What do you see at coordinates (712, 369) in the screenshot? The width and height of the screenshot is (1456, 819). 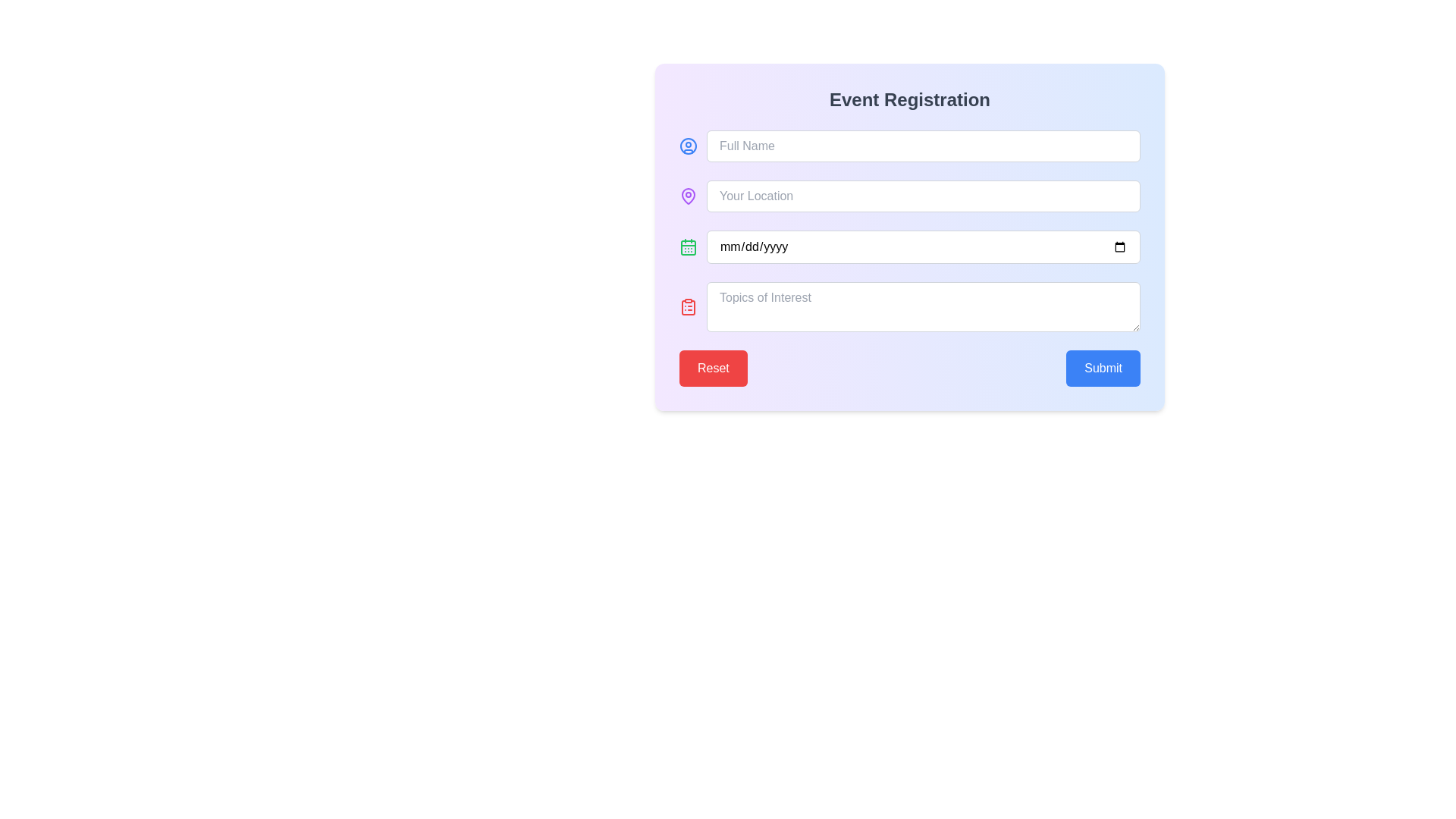 I see `and activate the reset button located to the left of the 'Submit' button at the bottom of the form` at bounding box center [712, 369].